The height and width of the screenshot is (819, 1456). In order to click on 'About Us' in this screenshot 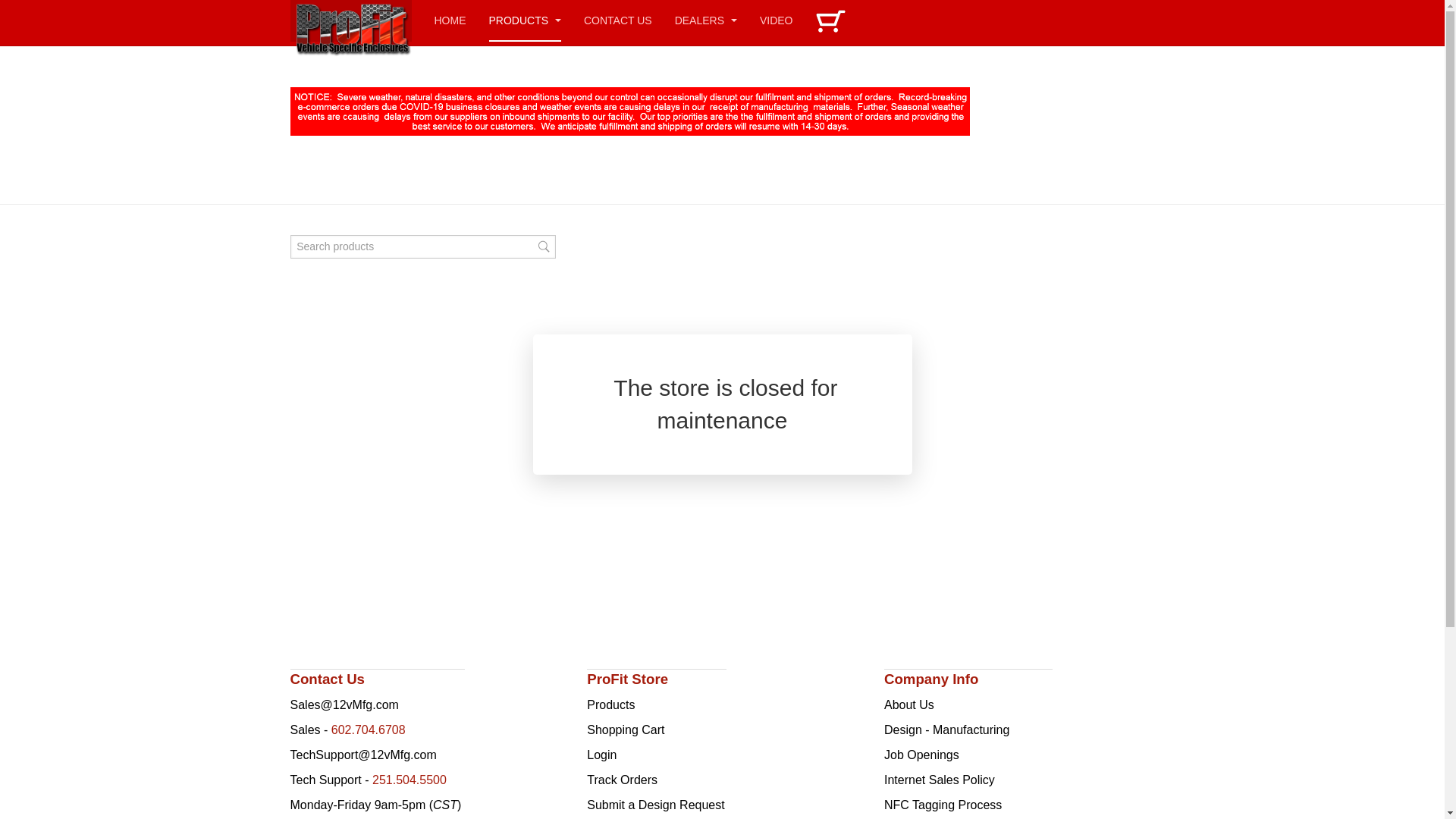, I will do `click(909, 704)`.